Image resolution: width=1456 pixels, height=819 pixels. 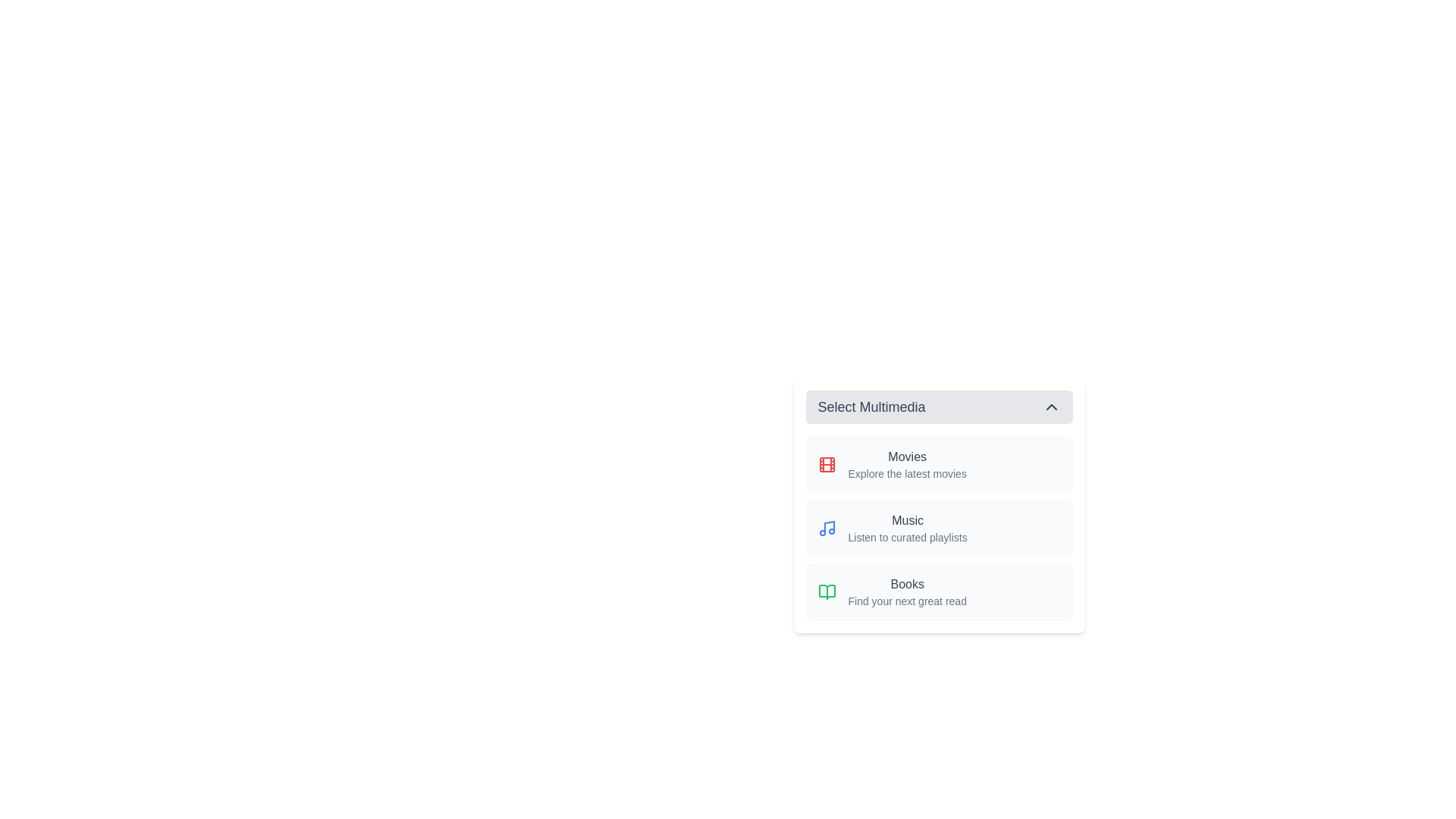 I want to click on the 'Books' icon located at the top left corner of the 'Books' card element, which visually represents books and aids in recognition of the section, so click(x=826, y=591).